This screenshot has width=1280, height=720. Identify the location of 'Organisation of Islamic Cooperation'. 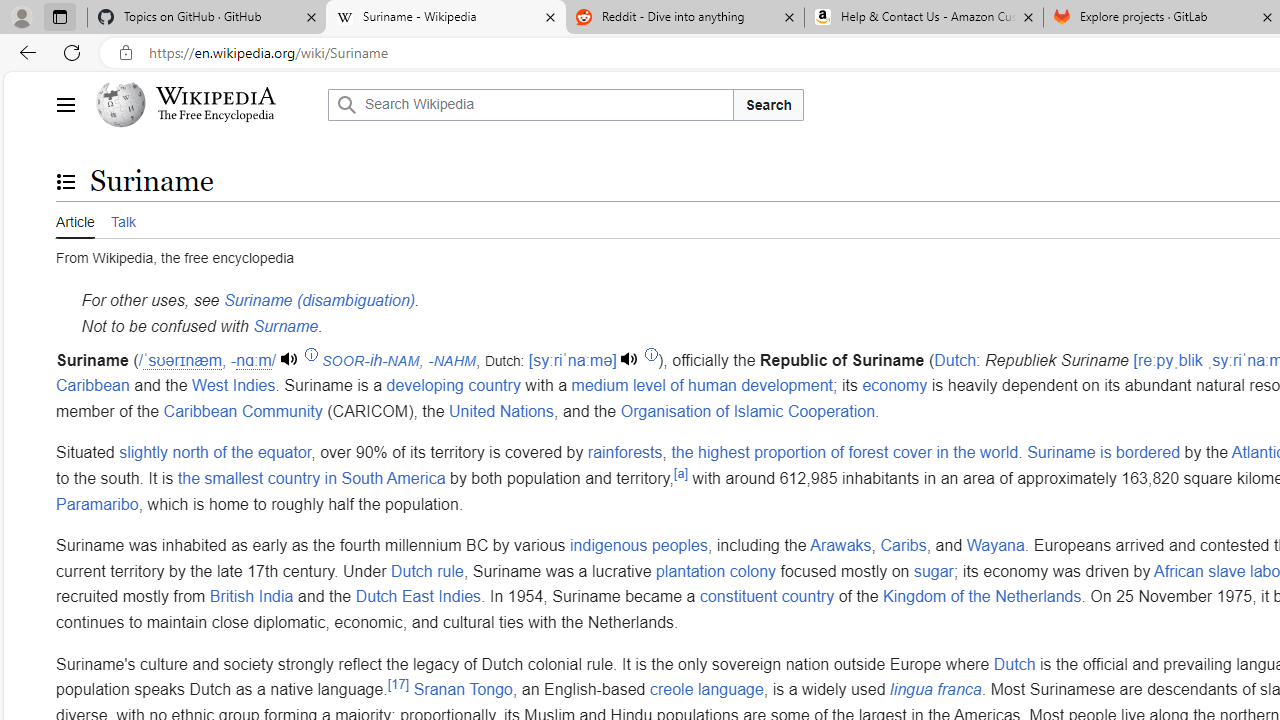
(746, 409).